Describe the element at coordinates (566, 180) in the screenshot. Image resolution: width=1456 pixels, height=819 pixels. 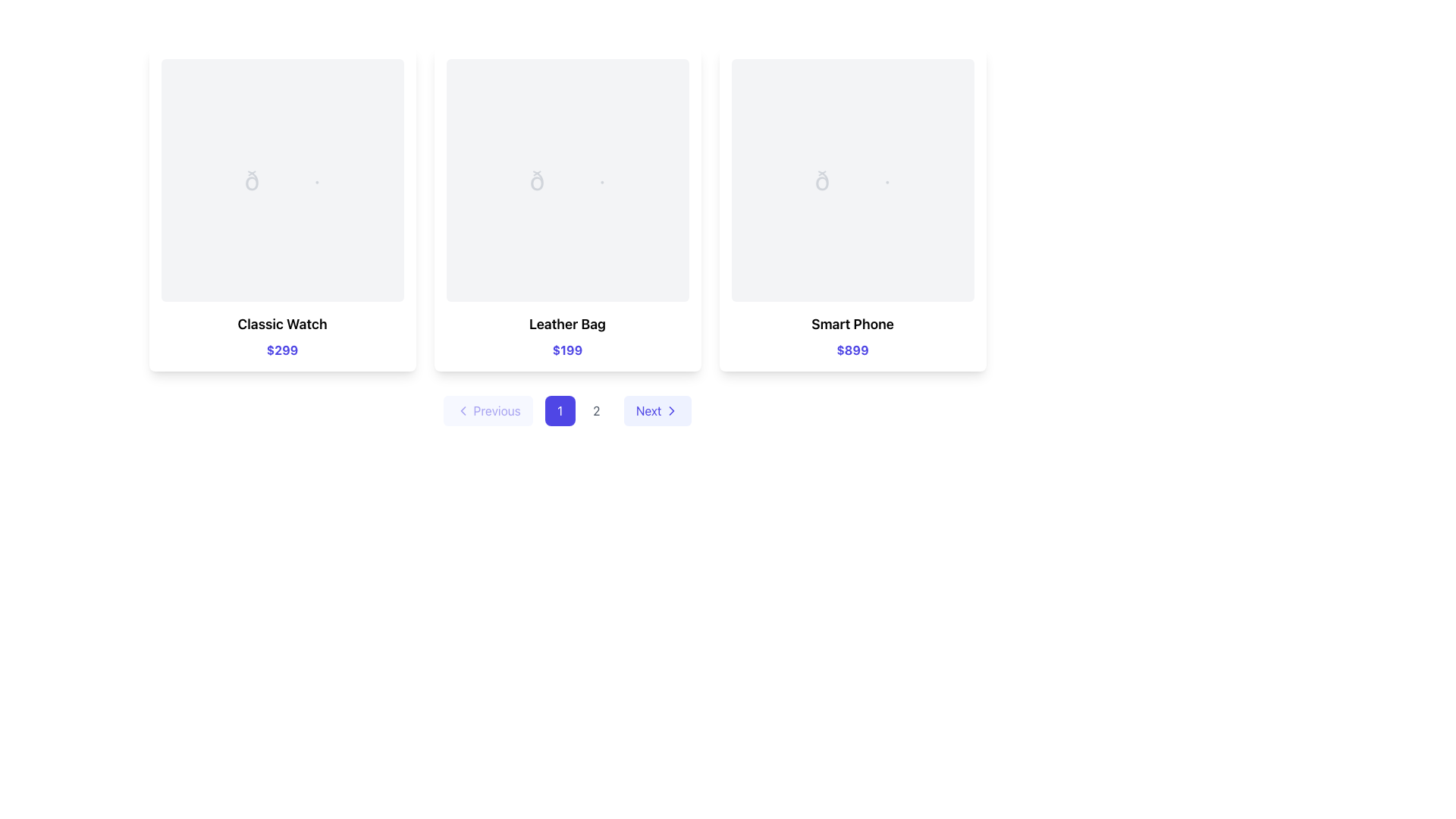
I see `additional information for the image placeholder area with a gray document icon in the 'Leather Bag' card` at that location.